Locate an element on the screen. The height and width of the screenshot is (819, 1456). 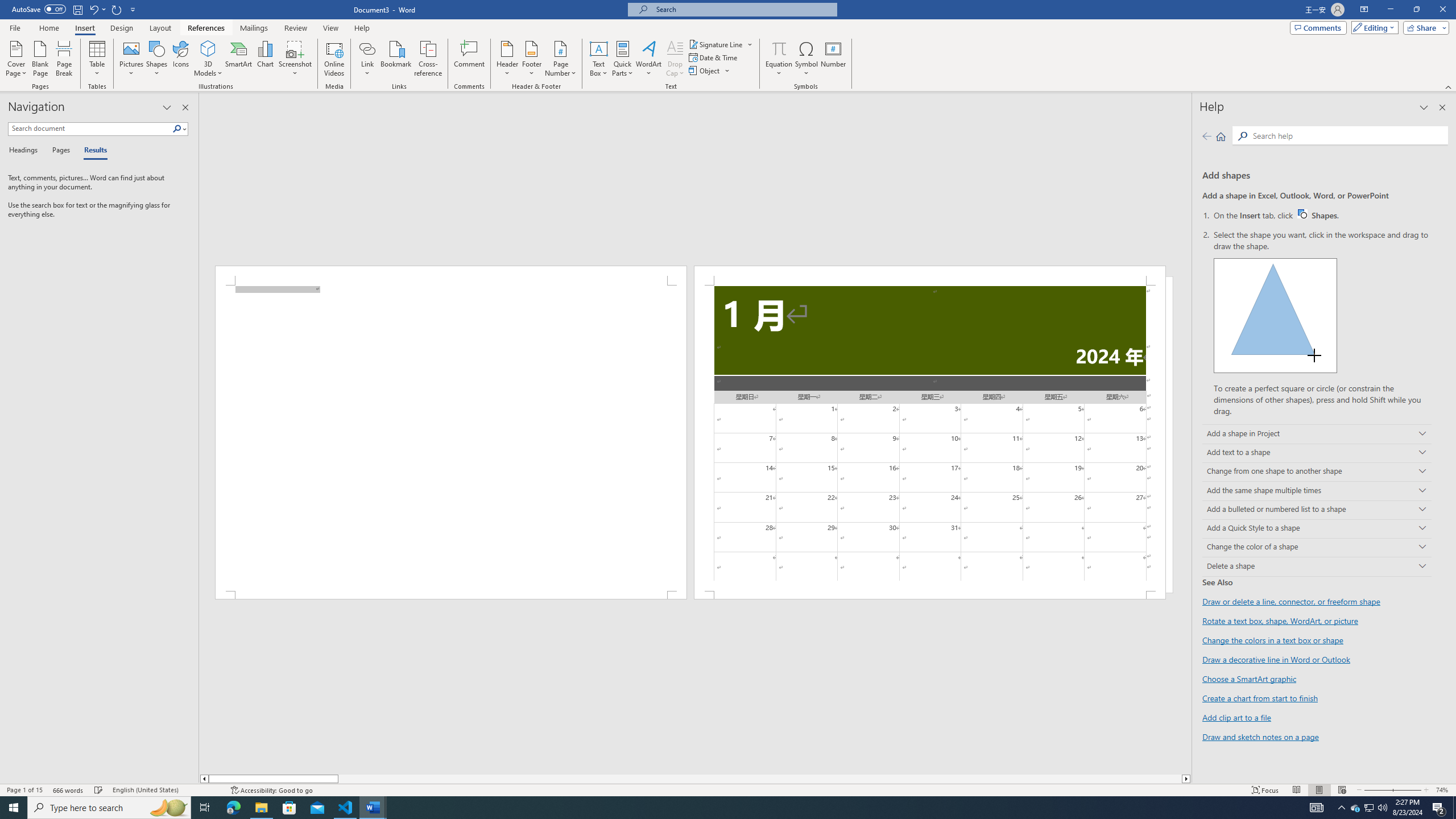
'Quick Parts' is located at coordinates (622, 59).